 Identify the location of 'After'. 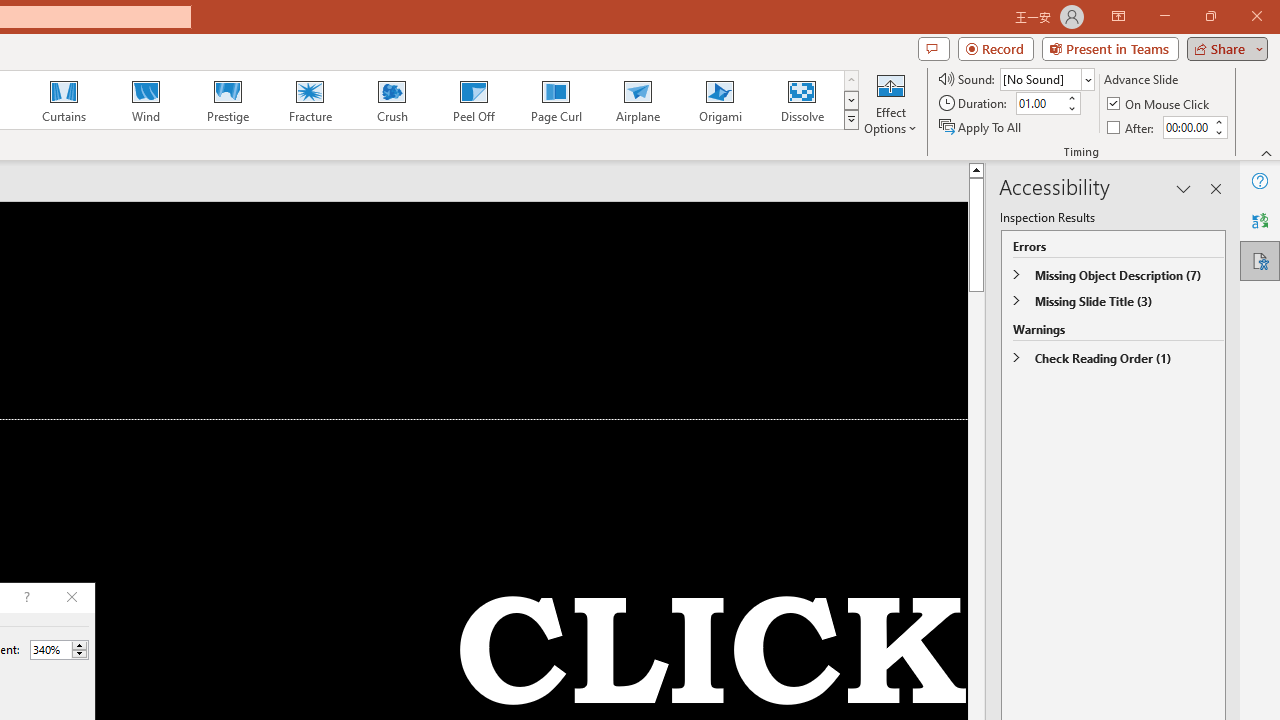
(1132, 127).